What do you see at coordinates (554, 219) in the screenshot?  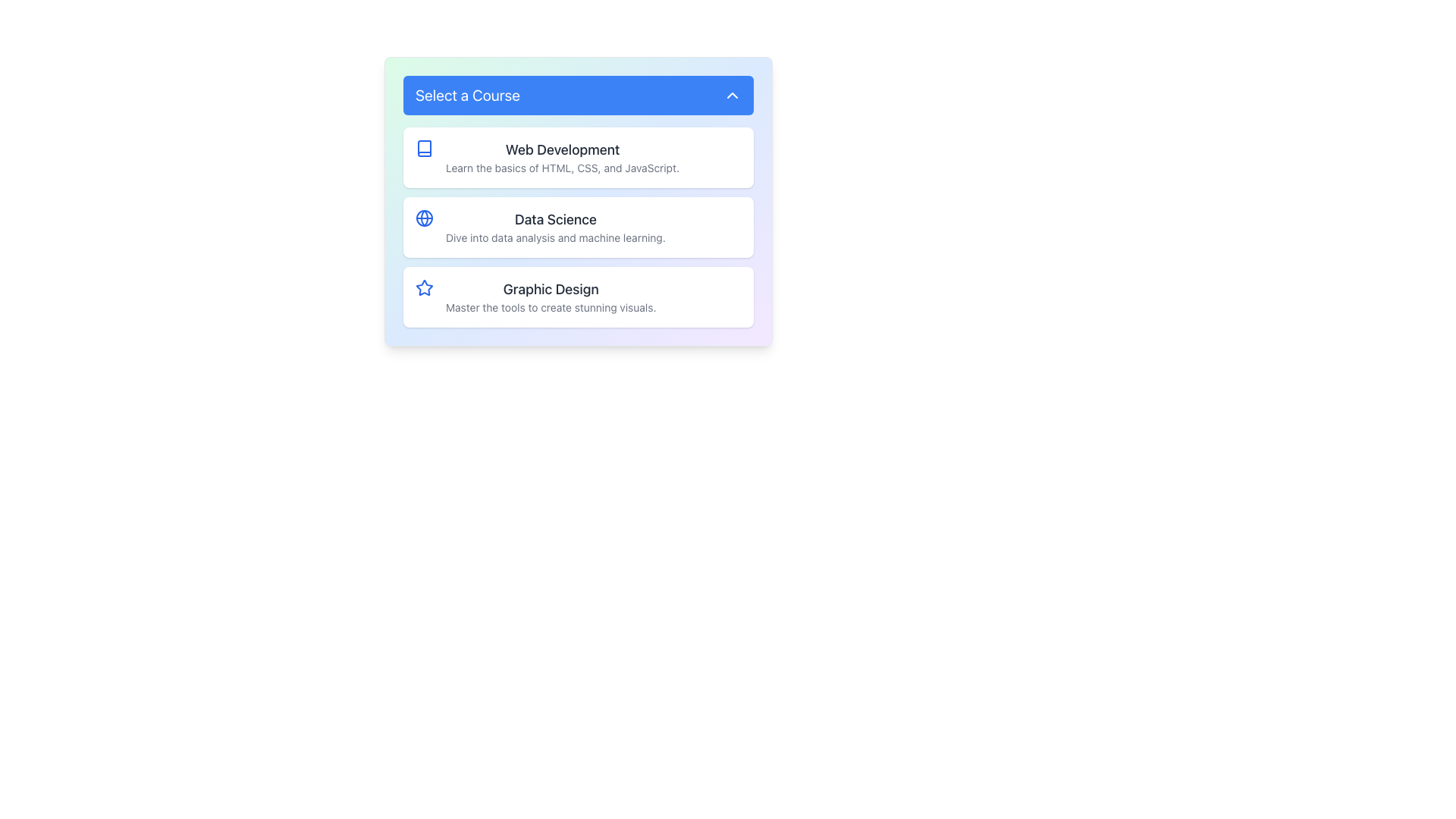 I see `the 'Data Science' text label which is the main title in the second card of the 'Select a Course' section` at bounding box center [554, 219].